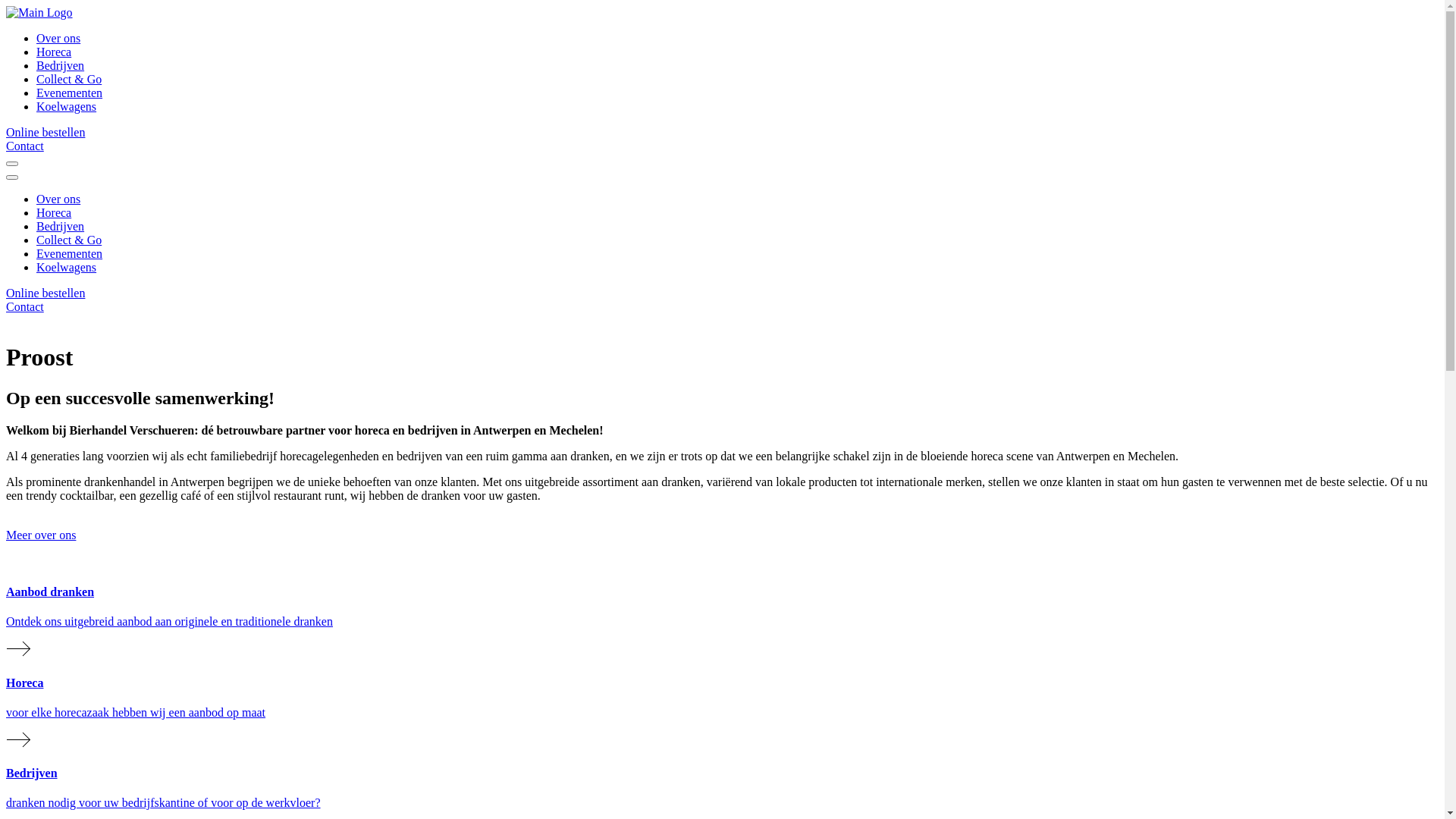 The image size is (1456, 819). Describe the element at coordinates (6, 146) in the screenshot. I see `'Contact'` at that location.